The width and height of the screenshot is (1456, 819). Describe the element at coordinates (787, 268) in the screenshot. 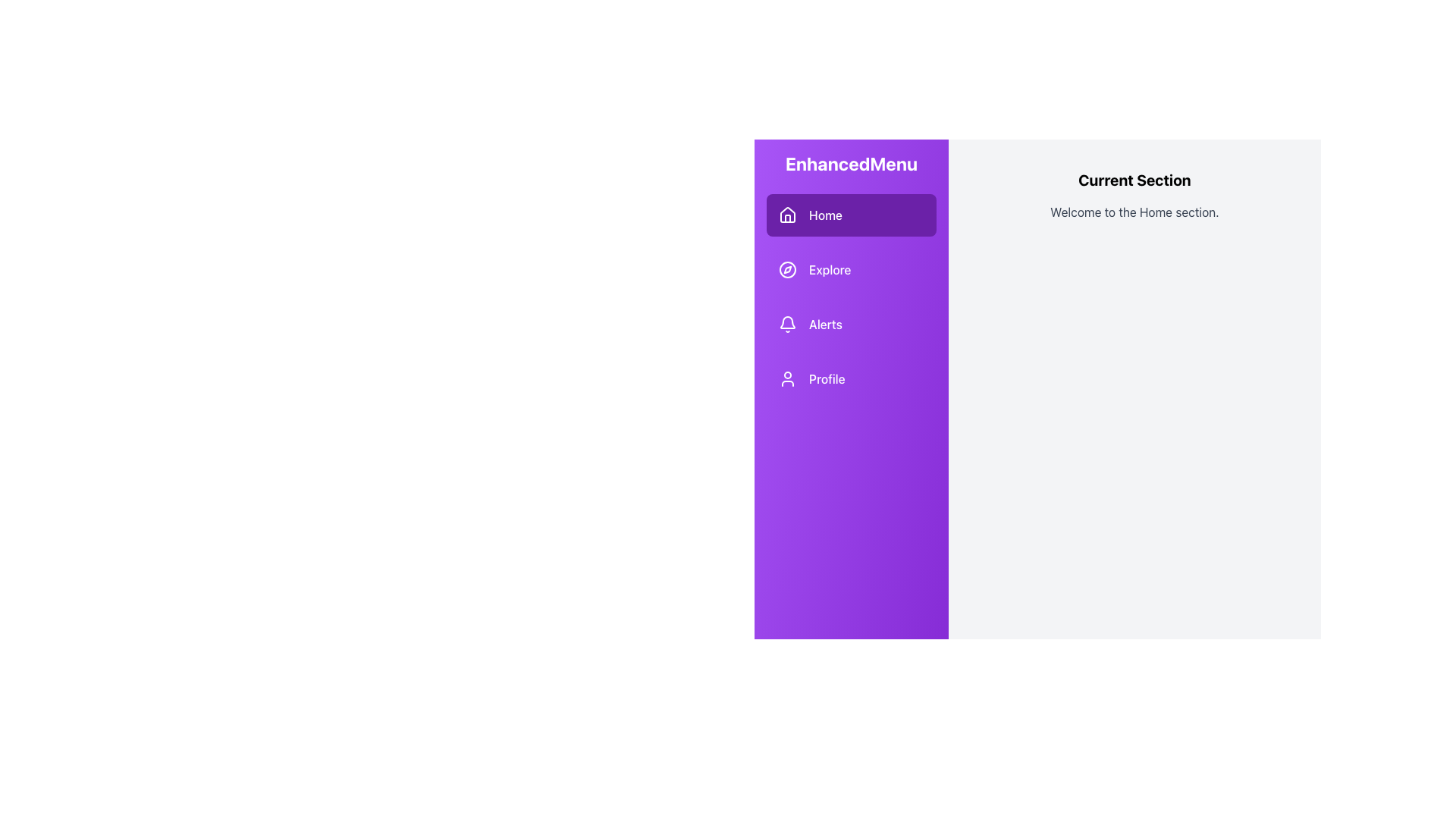

I see `the compass icon located in the side navigation bar, which is styled with a simplistic, currentColor stroke design and positioned adjacent to the 'Explore' label` at that location.